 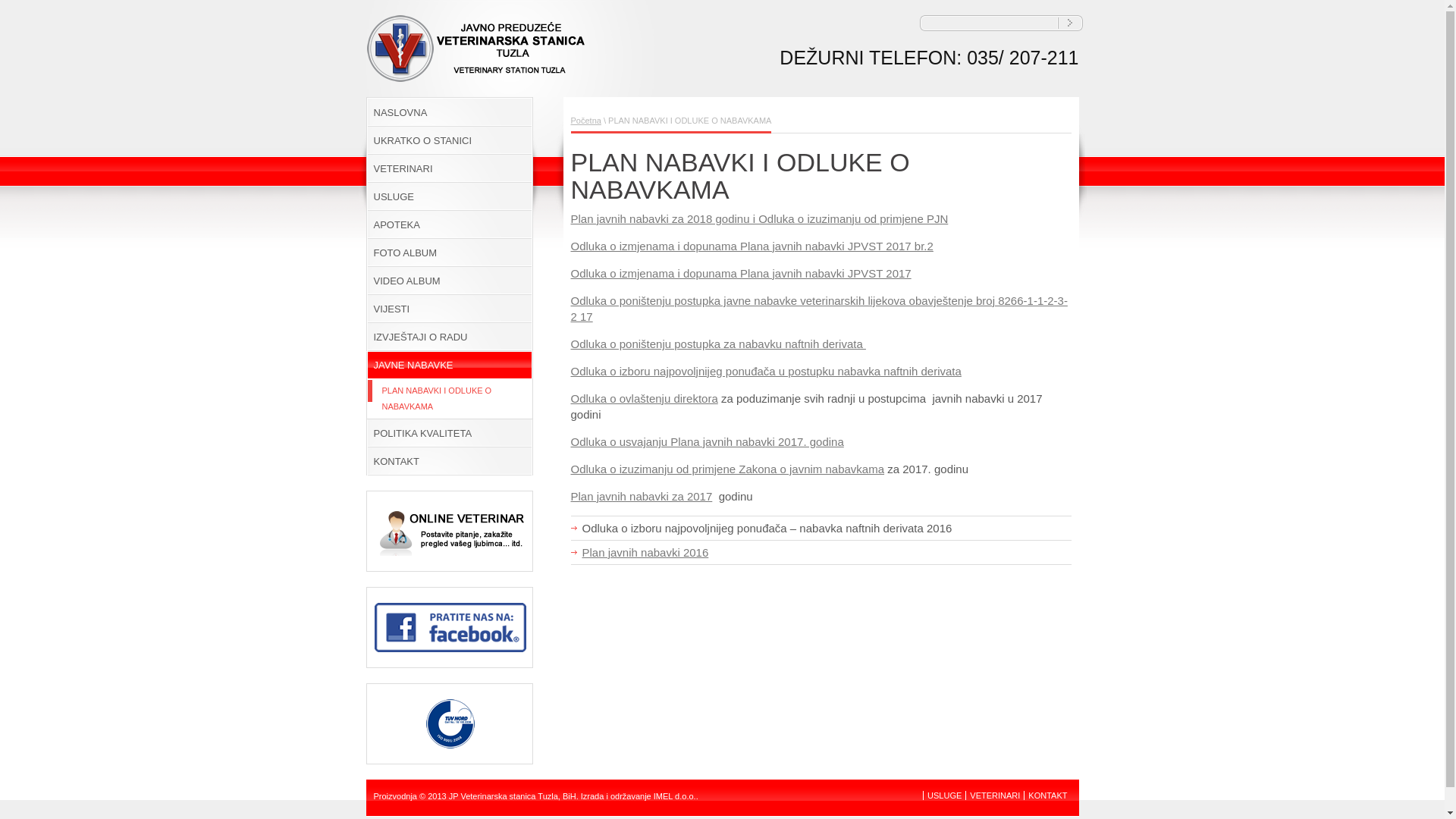 What do you see at coordinates (994, 795) in the screenshot?
I see `'VETERINARI'` at bounding box center [994, 795].